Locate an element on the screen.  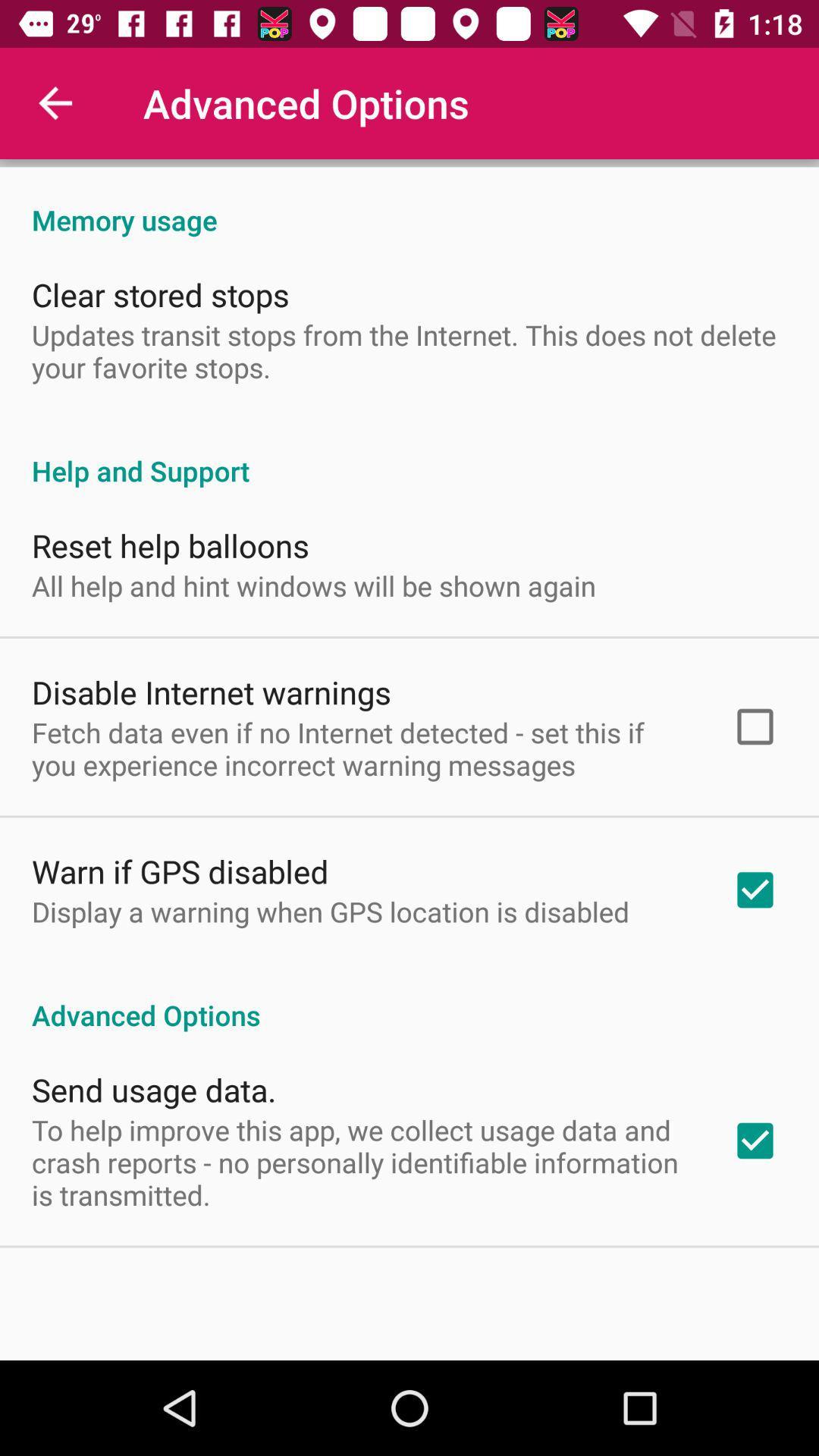
icon above the all help and icon is located at coordinates (170, 545).